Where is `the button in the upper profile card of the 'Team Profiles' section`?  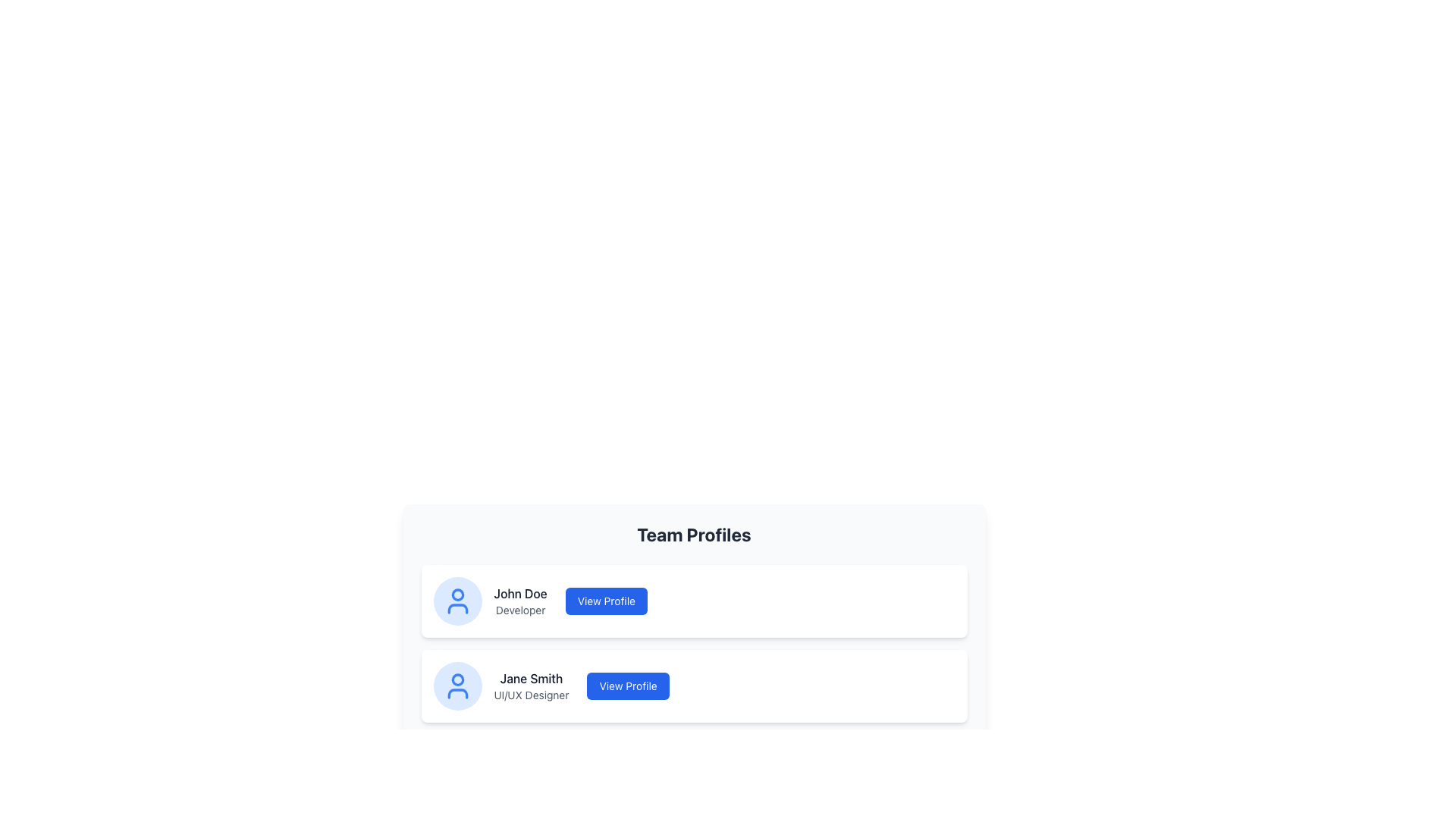 the button in the upper profile card of the 'Team Profiles' section is located at coordinates (605, 601).